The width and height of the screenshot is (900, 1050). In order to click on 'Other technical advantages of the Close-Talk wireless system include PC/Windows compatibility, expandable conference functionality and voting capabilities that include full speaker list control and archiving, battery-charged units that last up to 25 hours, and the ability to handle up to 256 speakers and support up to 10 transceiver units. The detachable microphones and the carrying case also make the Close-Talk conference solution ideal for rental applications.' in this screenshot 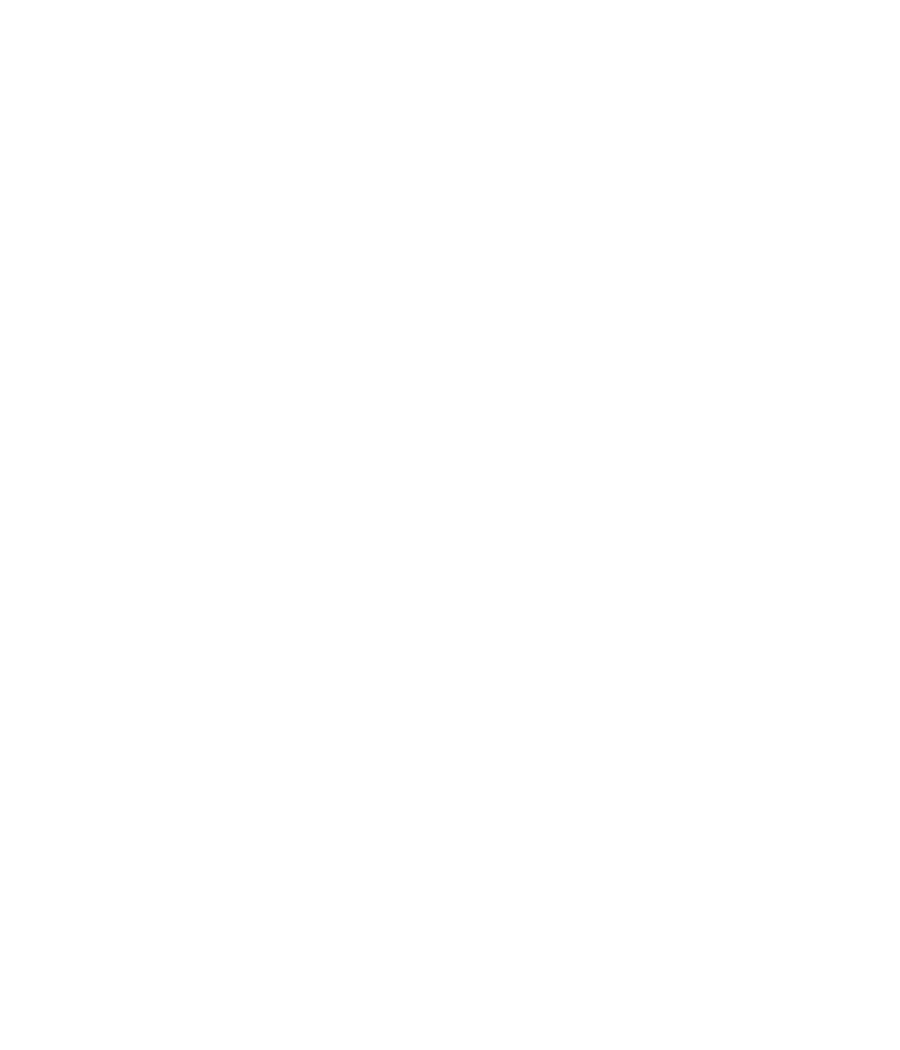, I will do `click(27, 856)`.